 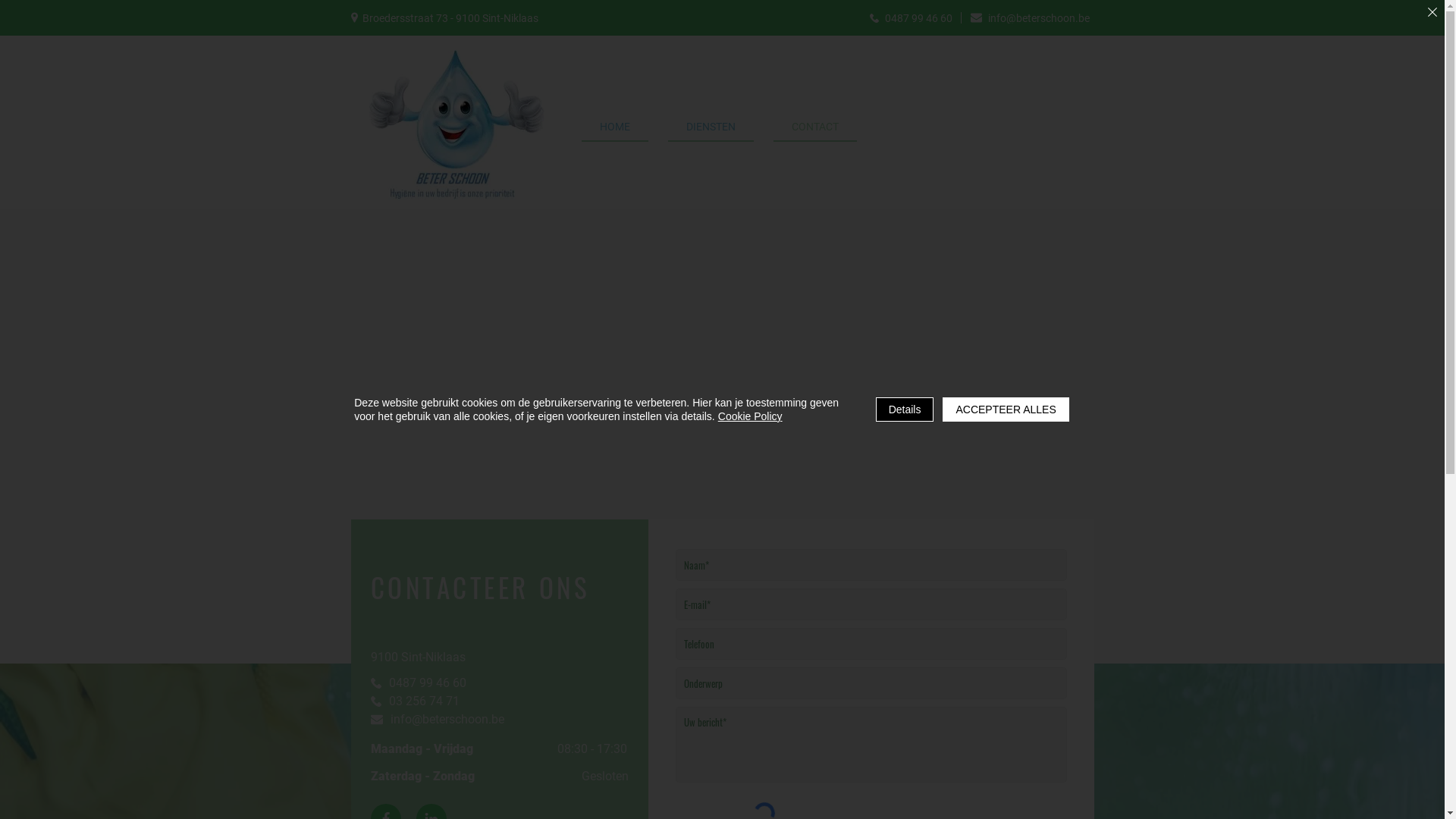 I want to click on 'HOME', so click(x=580, y=127).